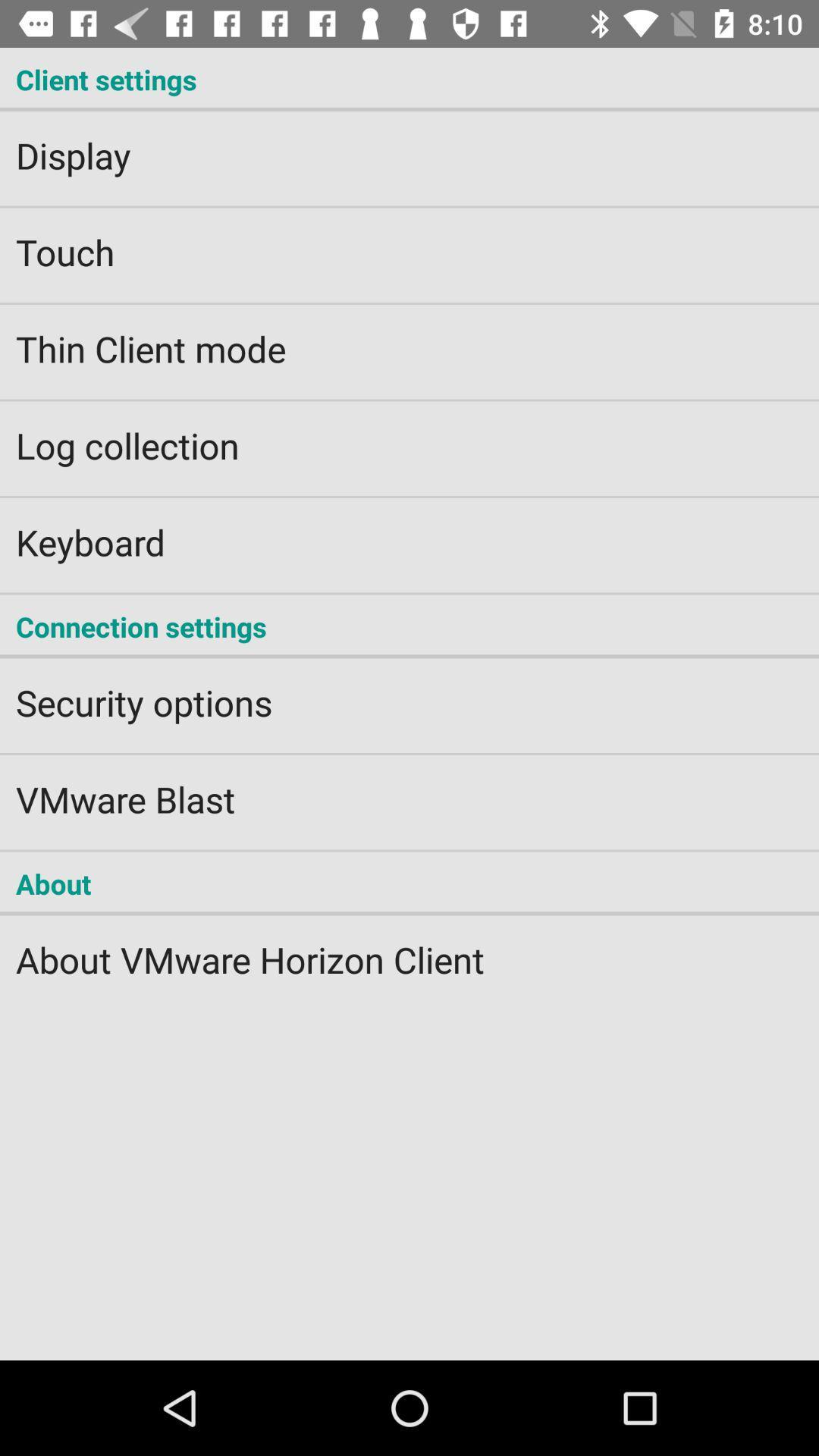 The height and width of the screenshot is (1456, 819). What do you see at coordinates (409, 626) in the screenshot?
I see `icon above the security options` at bounding box center [409, 626].